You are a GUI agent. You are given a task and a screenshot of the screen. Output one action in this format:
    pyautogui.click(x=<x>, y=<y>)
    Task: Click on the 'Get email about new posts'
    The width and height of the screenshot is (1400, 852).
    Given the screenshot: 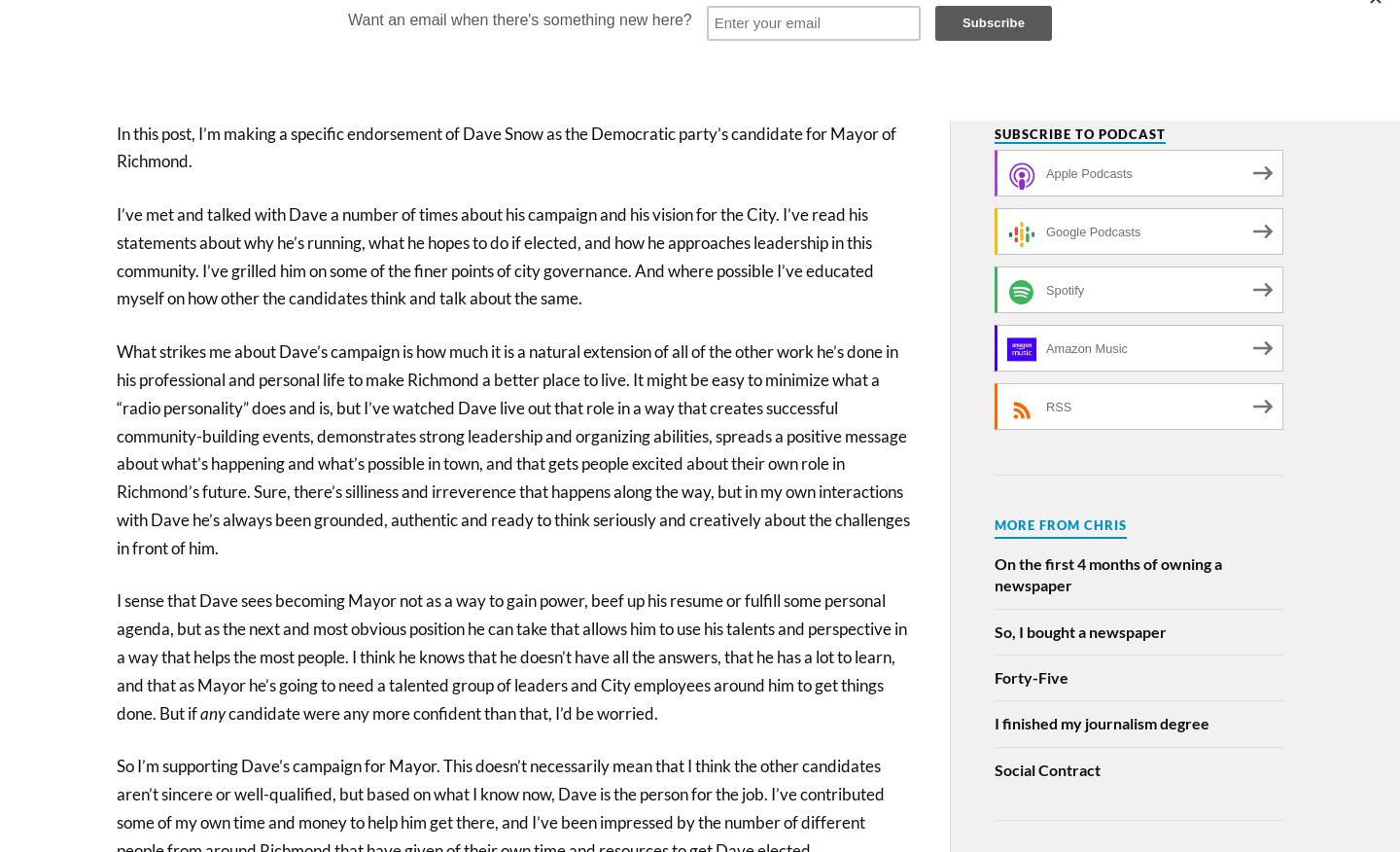 What is the action you would take?
    pyautogui.click(x=1126, y=36)
    